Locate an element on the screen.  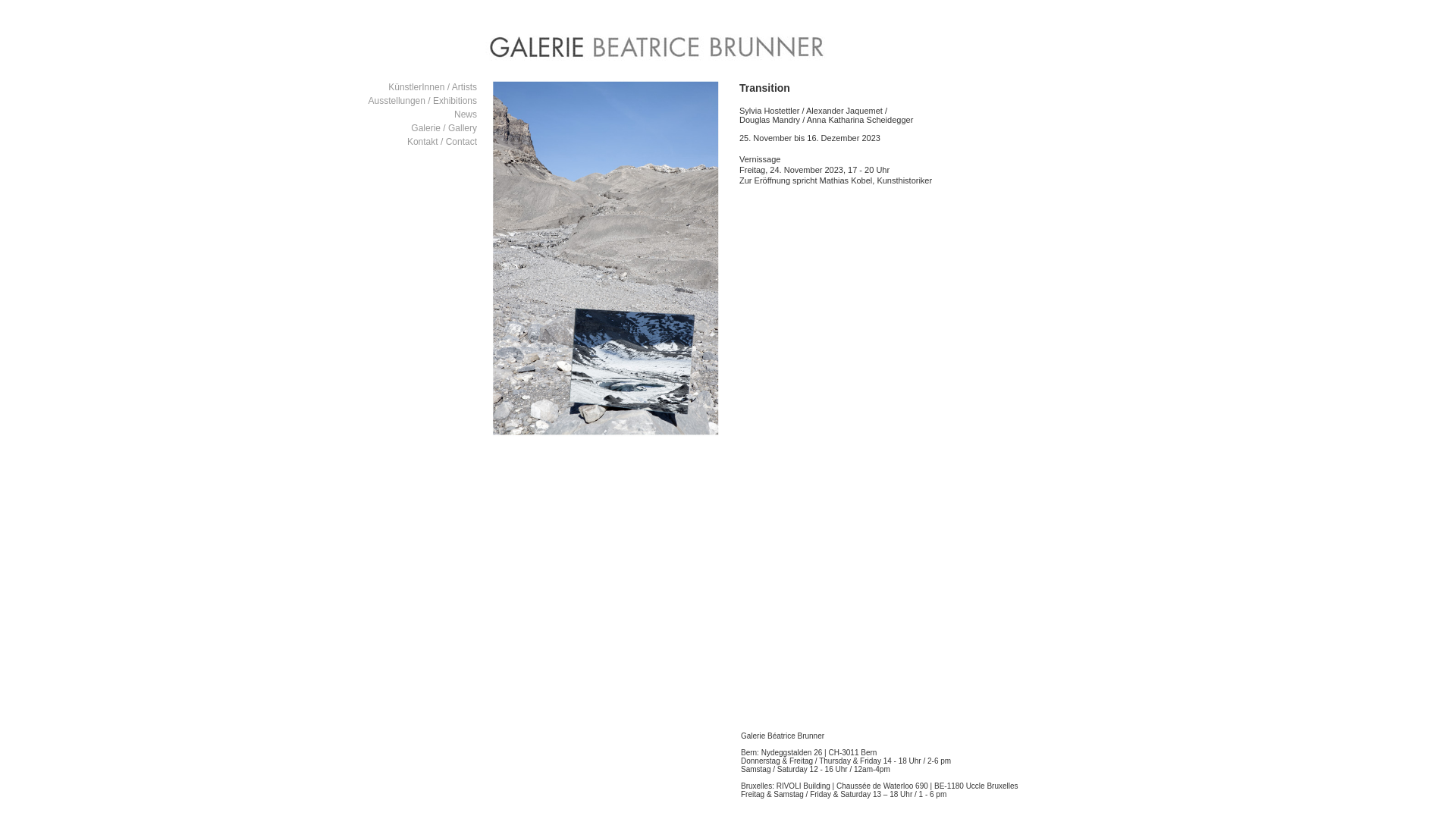
'Galerie / Gallery' is located at coordinates (411, 127).